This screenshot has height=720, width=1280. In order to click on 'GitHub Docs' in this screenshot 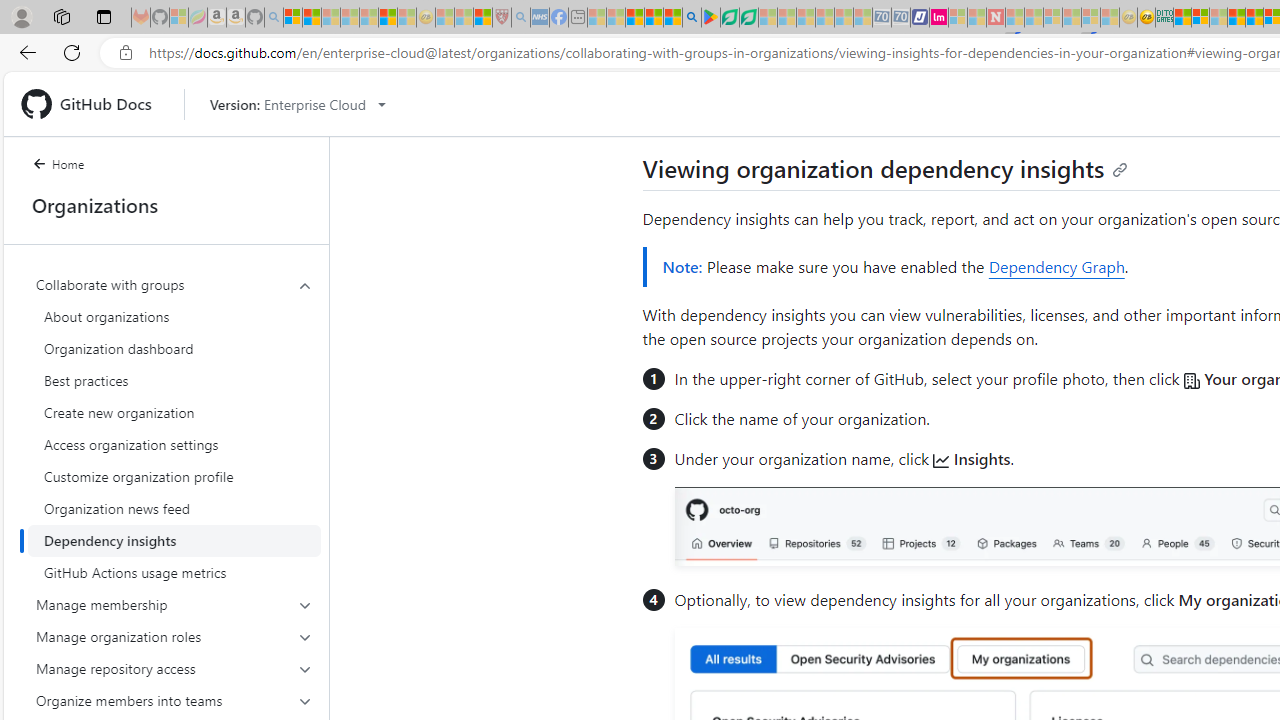, I will do `click(93, 104)`.